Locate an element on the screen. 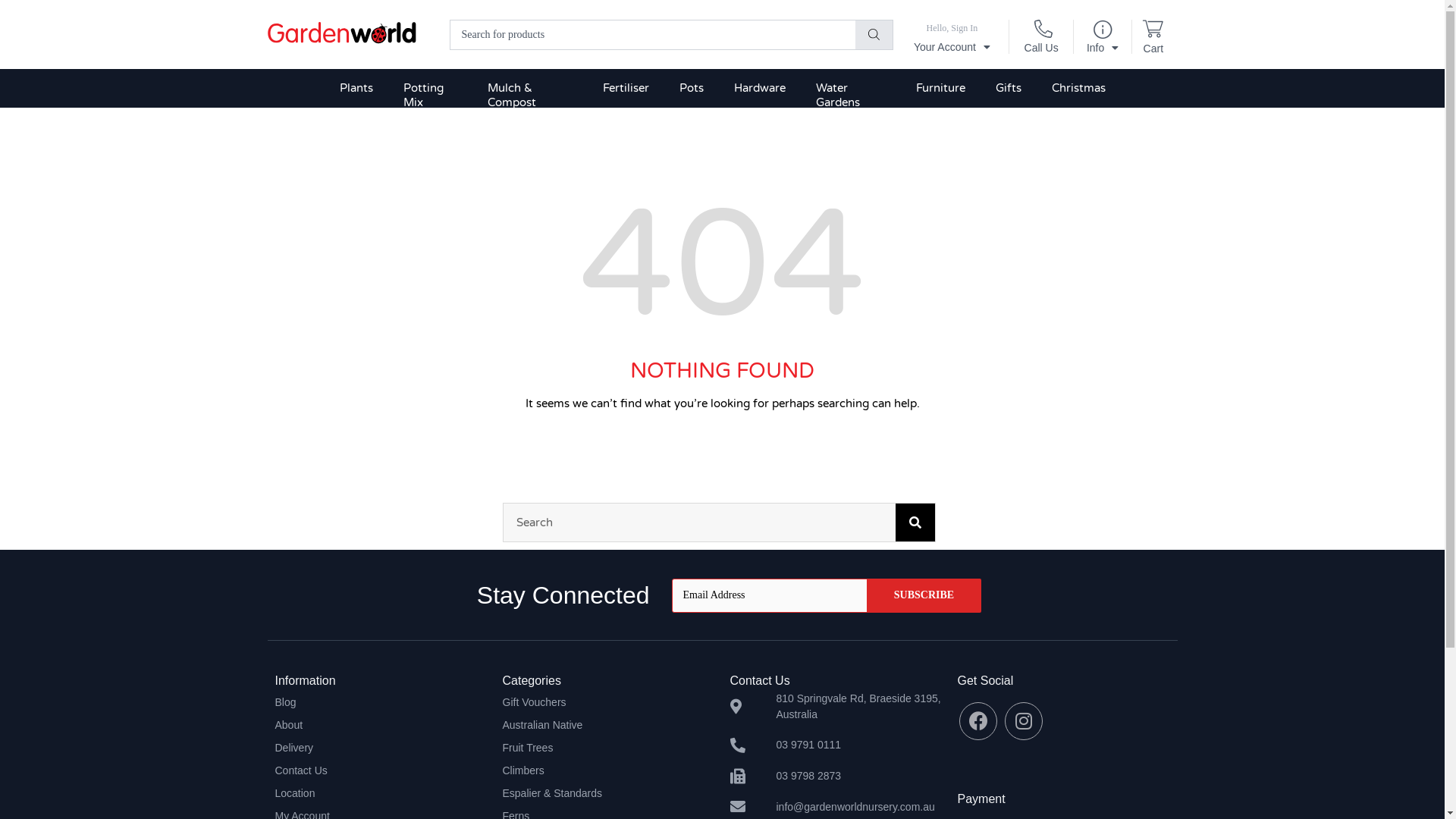 This screenshot has height=819, width=1456. 'Gifts' is located at coordinates (1008, 88).